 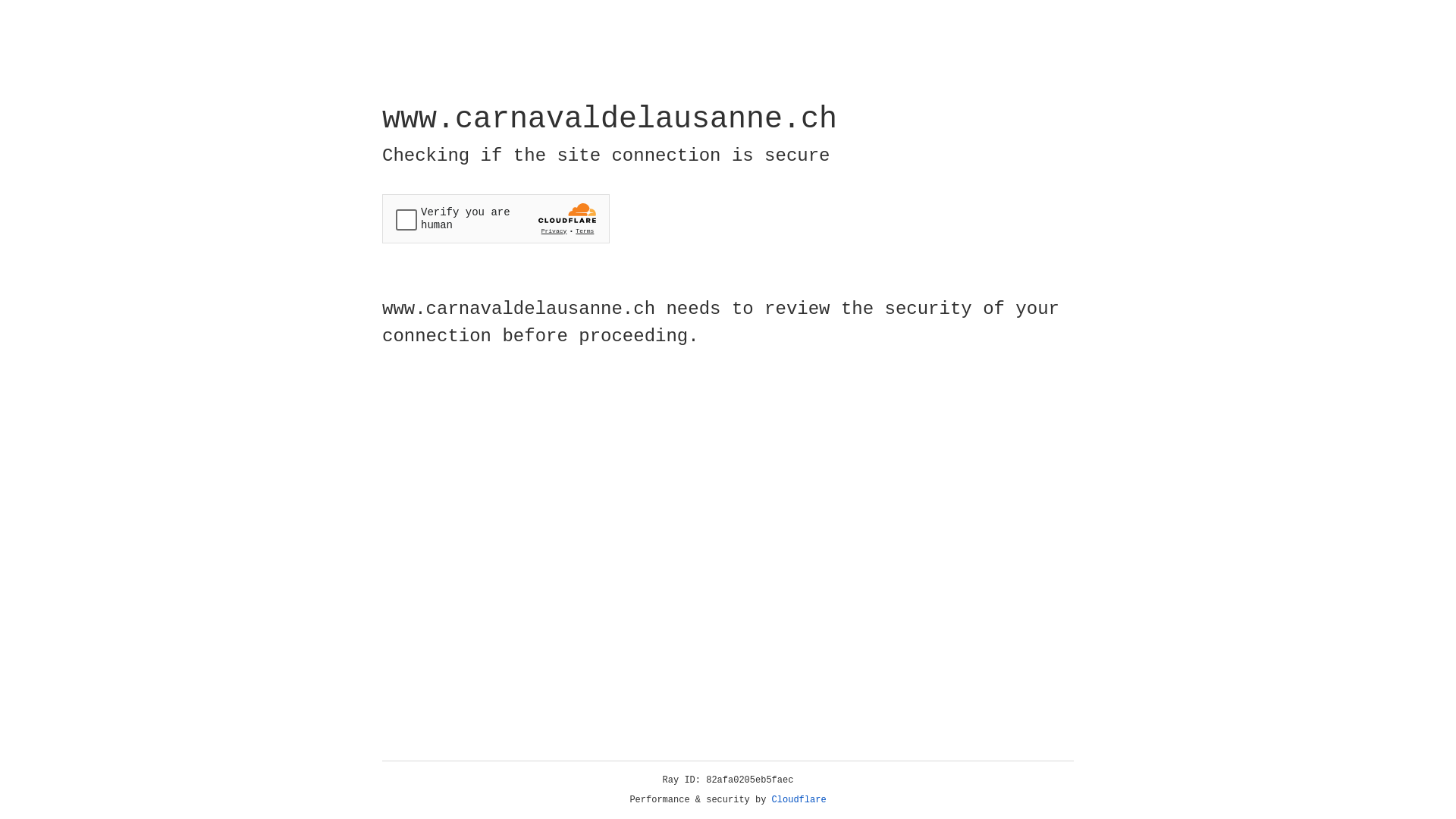 What do you see at coordinates (495, 218) in the screenshot?
I see `'Widget containing a Cloudflare security challenge'` at bounding box center [495, 218].